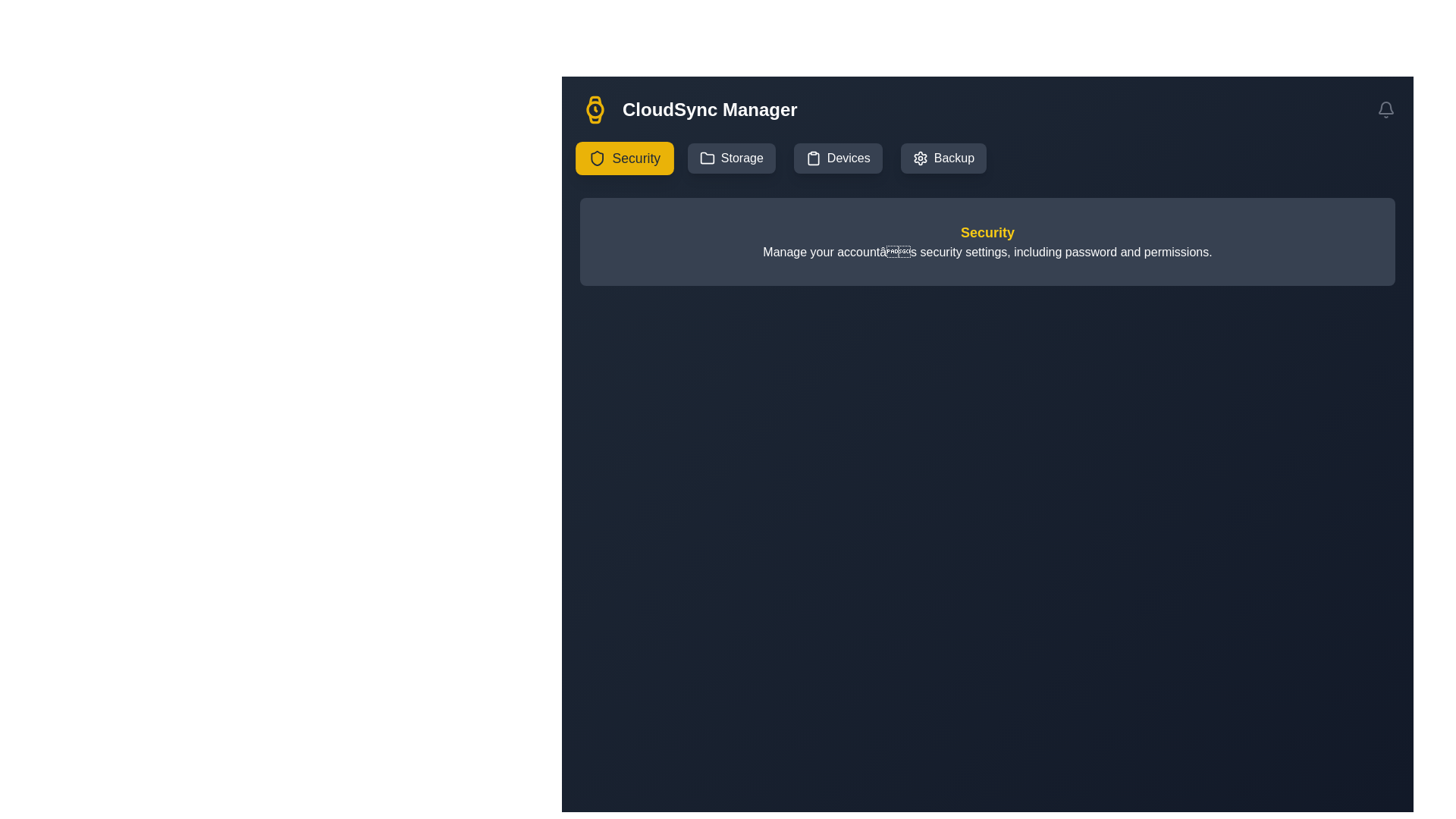 Image resolution: width=1456 pixels, height=819 pixels. I want to click on the shield-shaped icon with a yellow background located within the 'Security' button in the top-left quadrant of the interface, so click(596, 158).